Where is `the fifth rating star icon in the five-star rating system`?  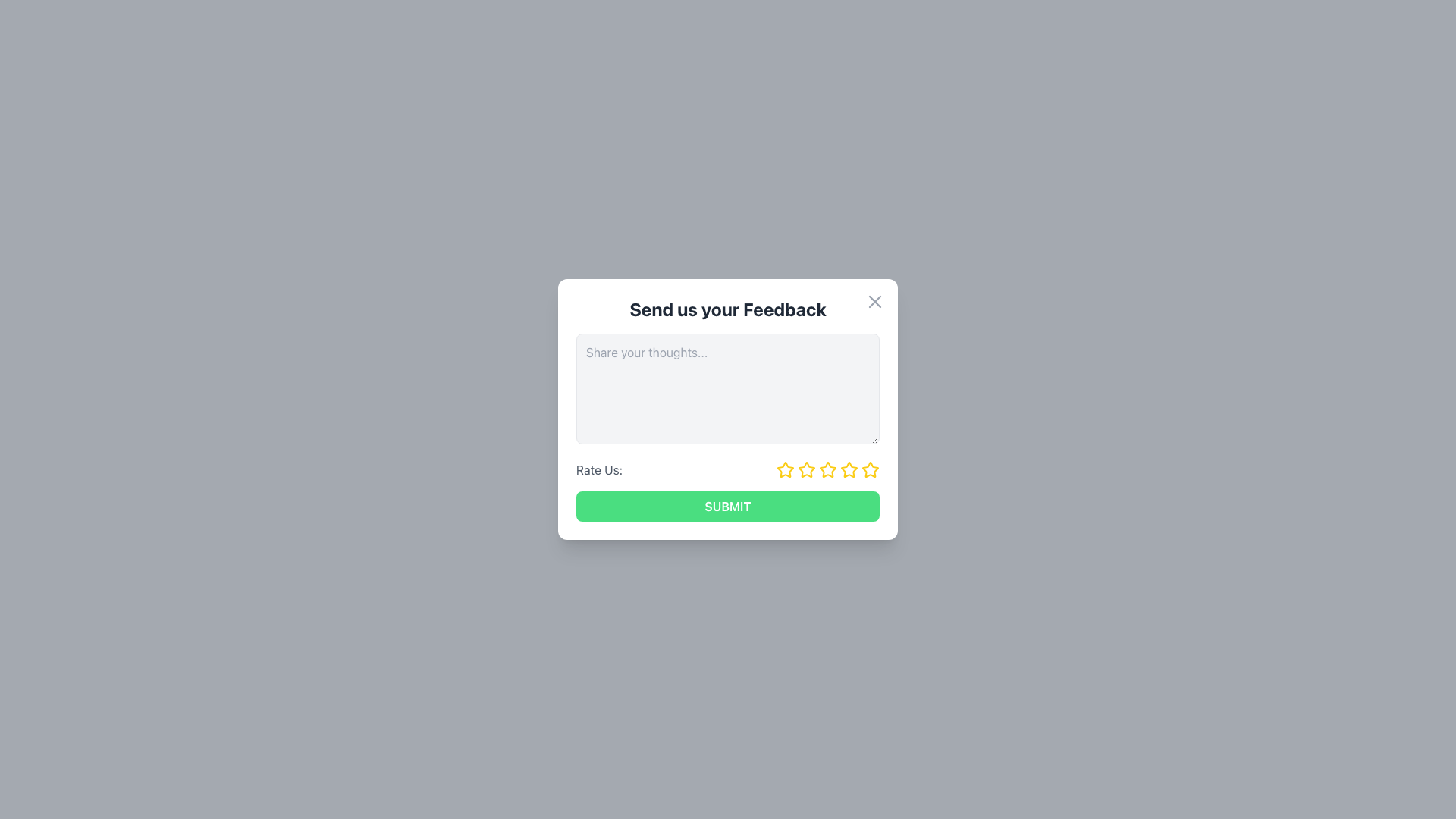 the fifth rating star icon in the five-star rating system is located at coordinates (848, 469).